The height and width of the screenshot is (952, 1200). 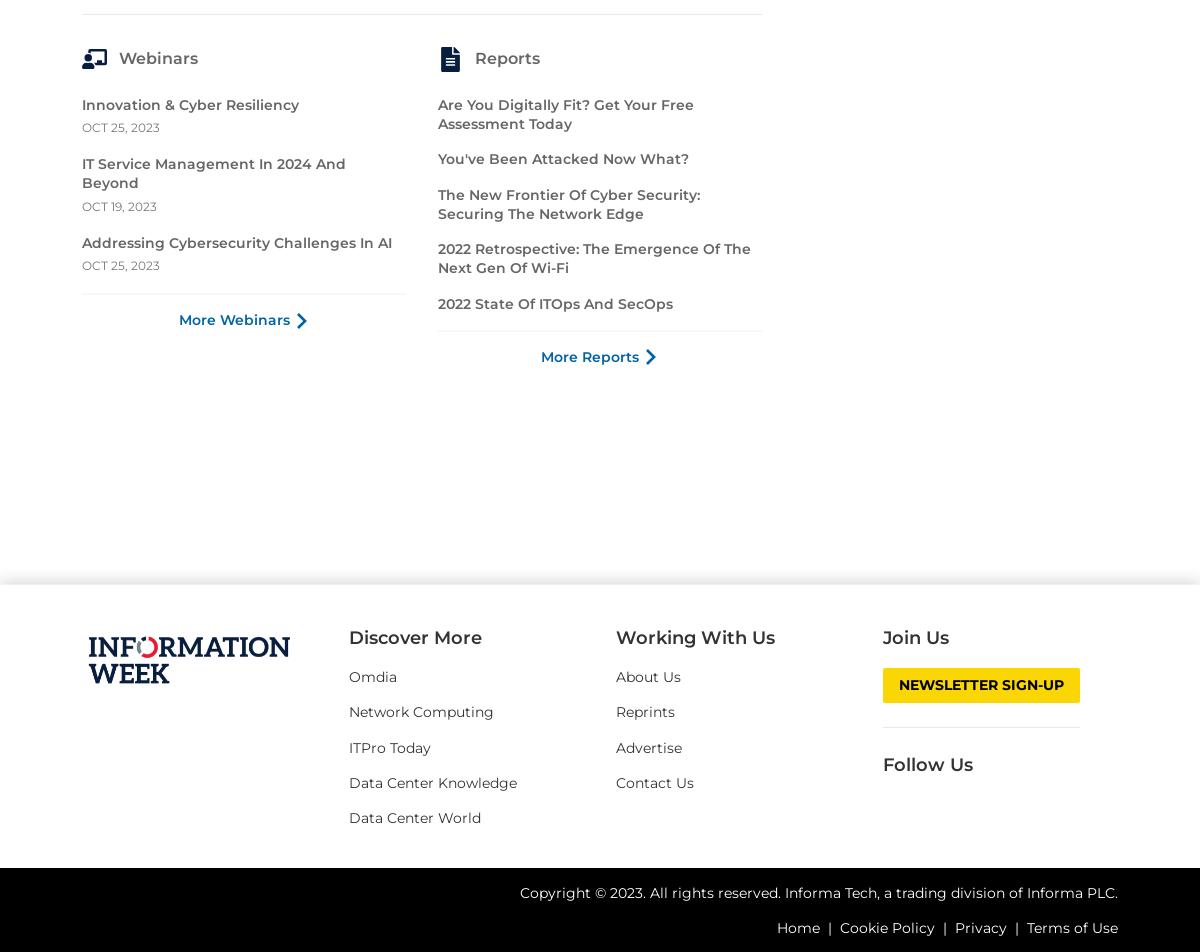 I want to click on '2022 Retrospective: The Emergence of the Next Gen of Wi-Fi', so click(x=593, y=622).